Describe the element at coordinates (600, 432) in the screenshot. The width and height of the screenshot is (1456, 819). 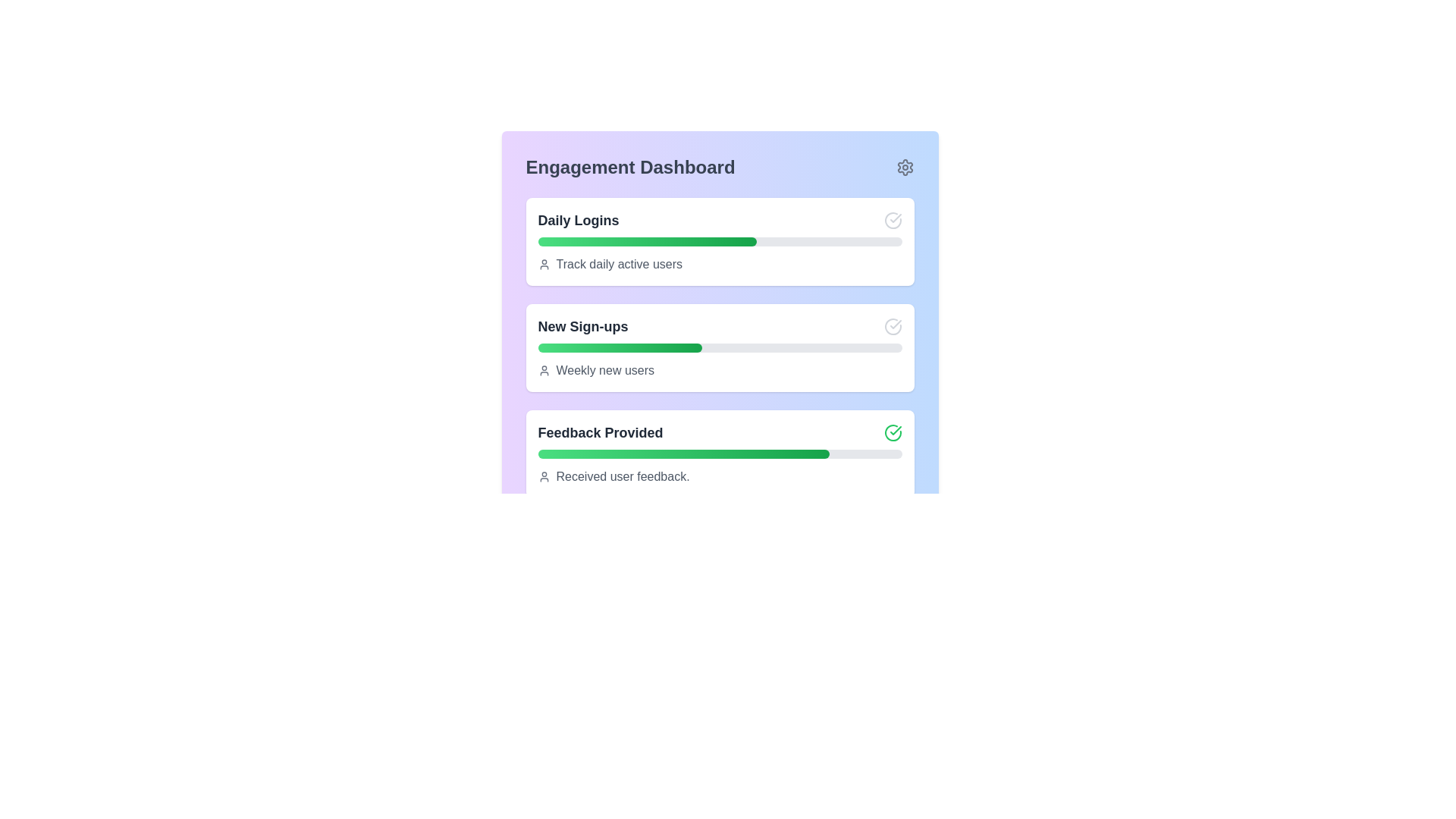
I see `the 'Feedback Provided' text label, which is styled with a bold font and dark gray color, located in the third card of the 'Engagement Dashboard' section, aligned to the left and at the top-left area of the card` at that location.